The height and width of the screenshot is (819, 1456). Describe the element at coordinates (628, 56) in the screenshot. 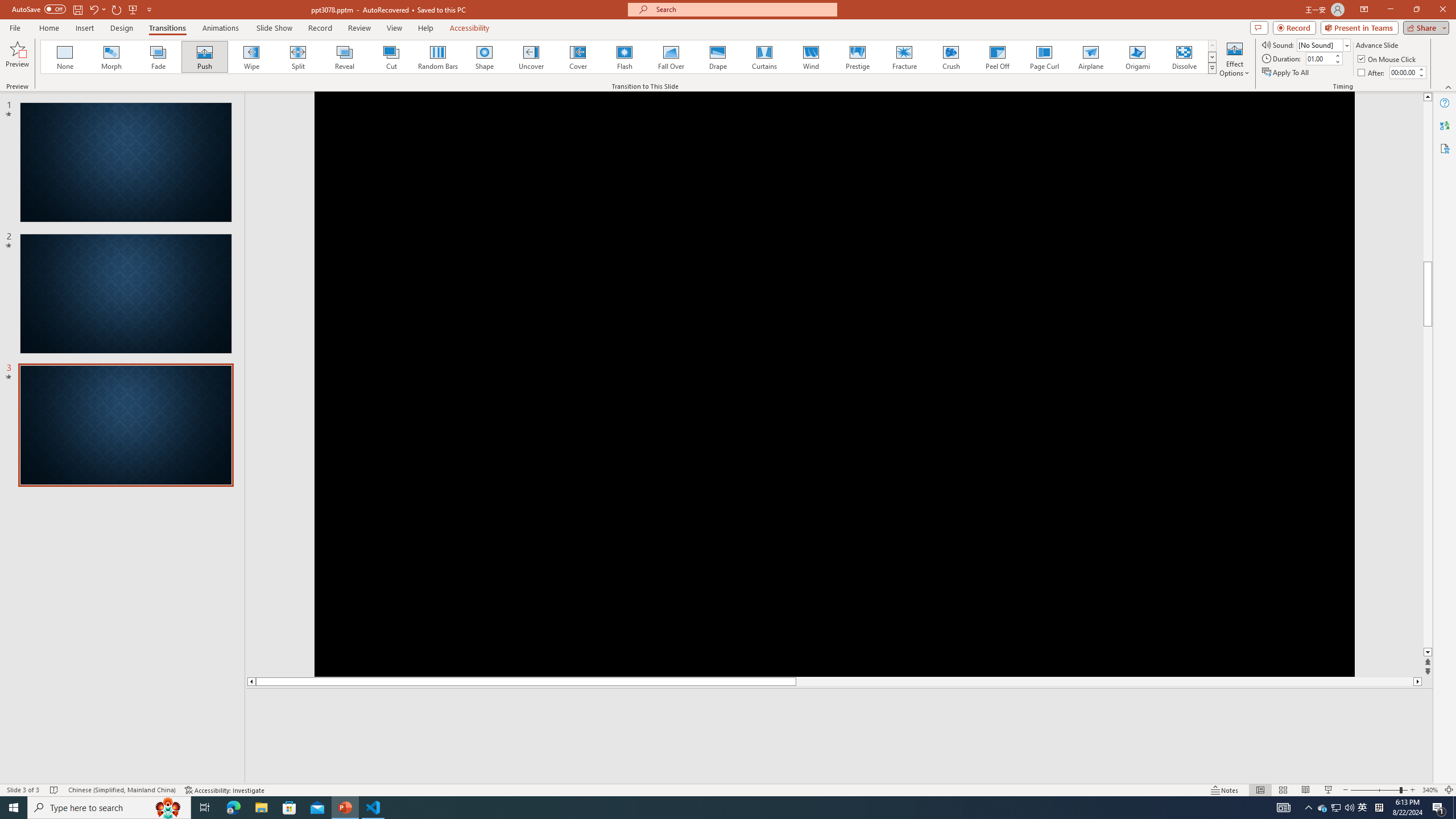

I see `'AutomationID: AnimationTransitionGallery'` at that location.